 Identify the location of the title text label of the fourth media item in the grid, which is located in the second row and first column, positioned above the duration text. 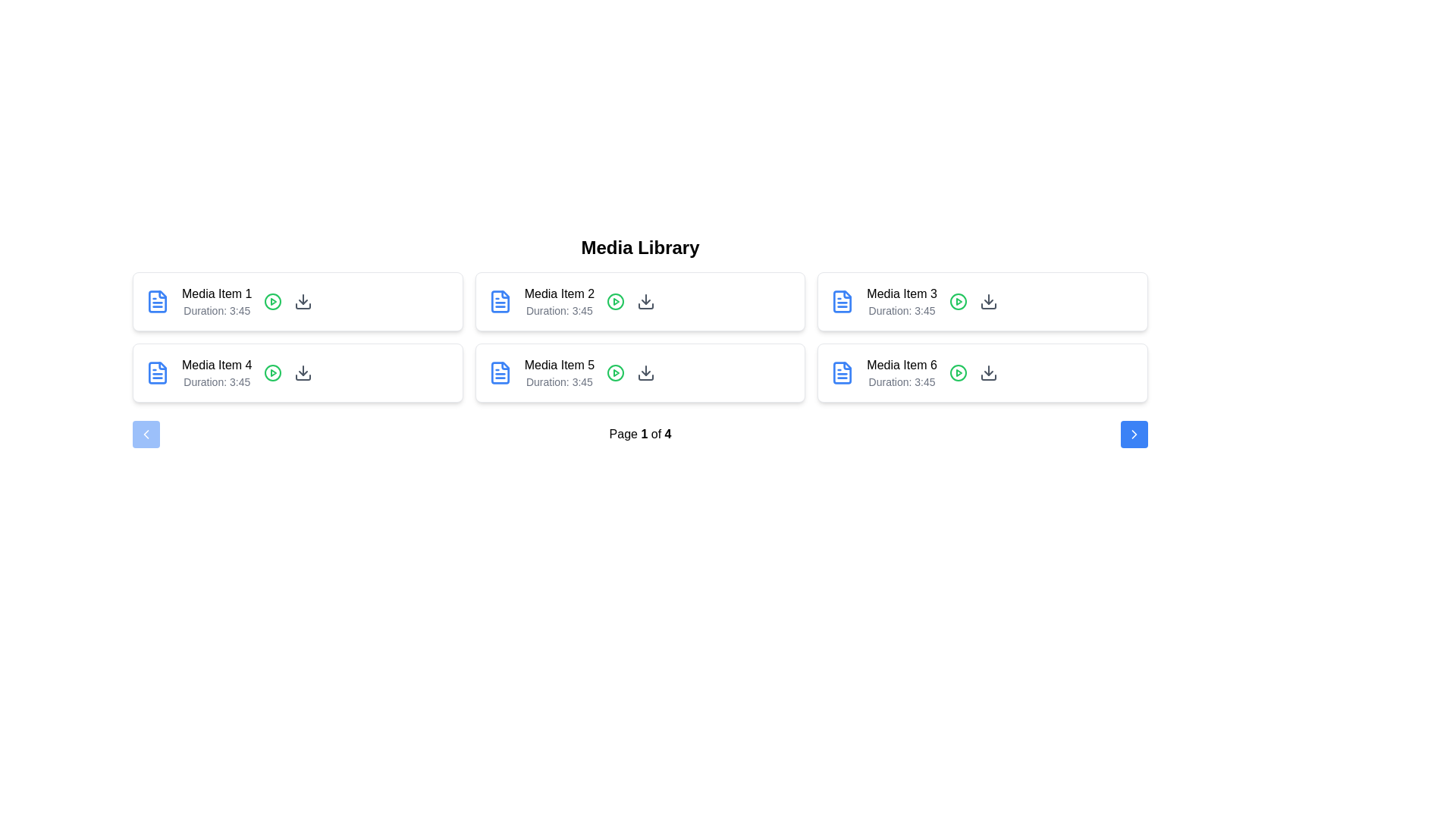
(216, 366).